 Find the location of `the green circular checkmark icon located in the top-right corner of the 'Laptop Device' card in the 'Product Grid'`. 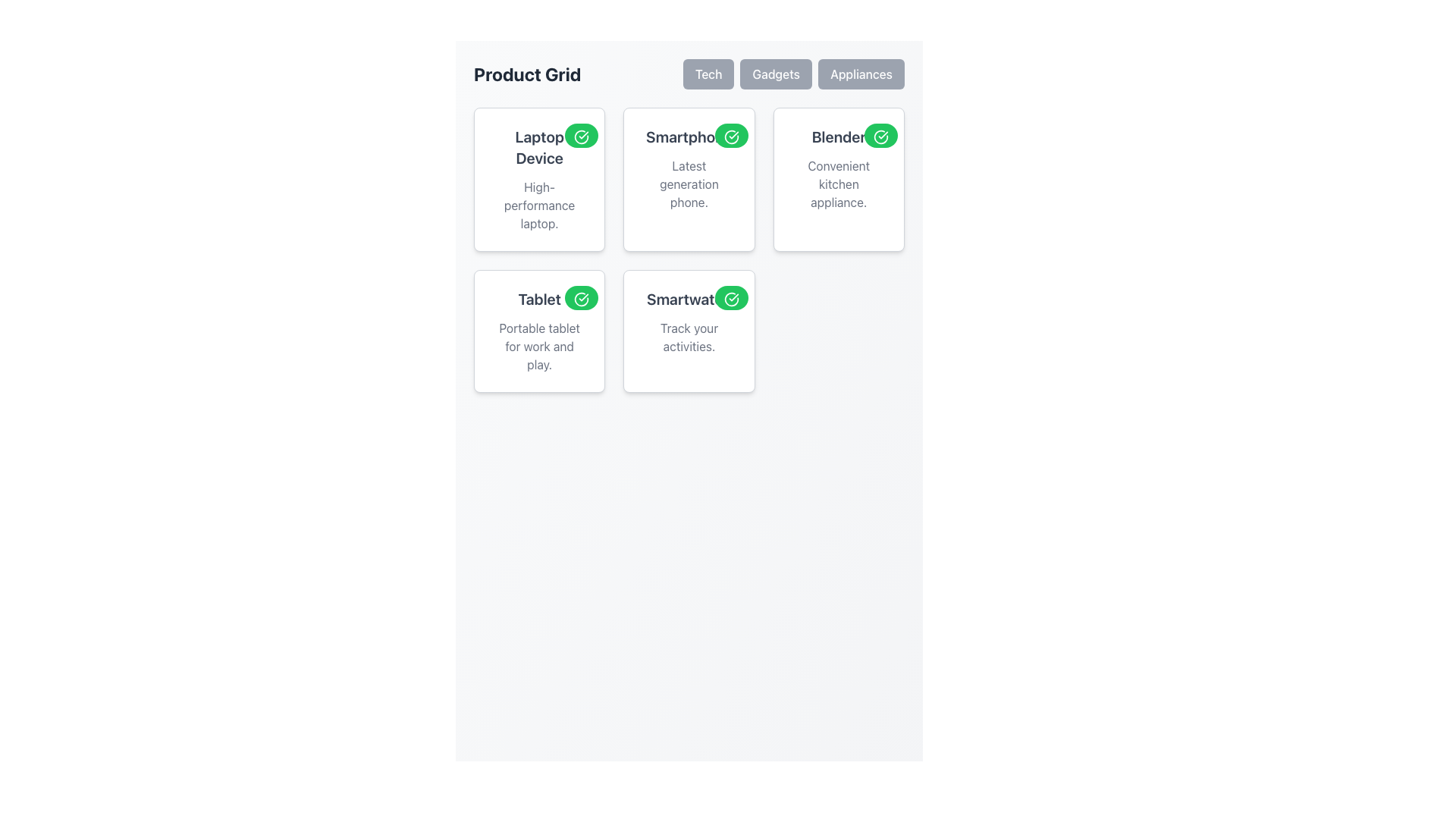

the green circular checkmark icon located in the top-right corner of the 'Laptop Device' card in the 'Product Grid' is located at coordinates (581, 136).